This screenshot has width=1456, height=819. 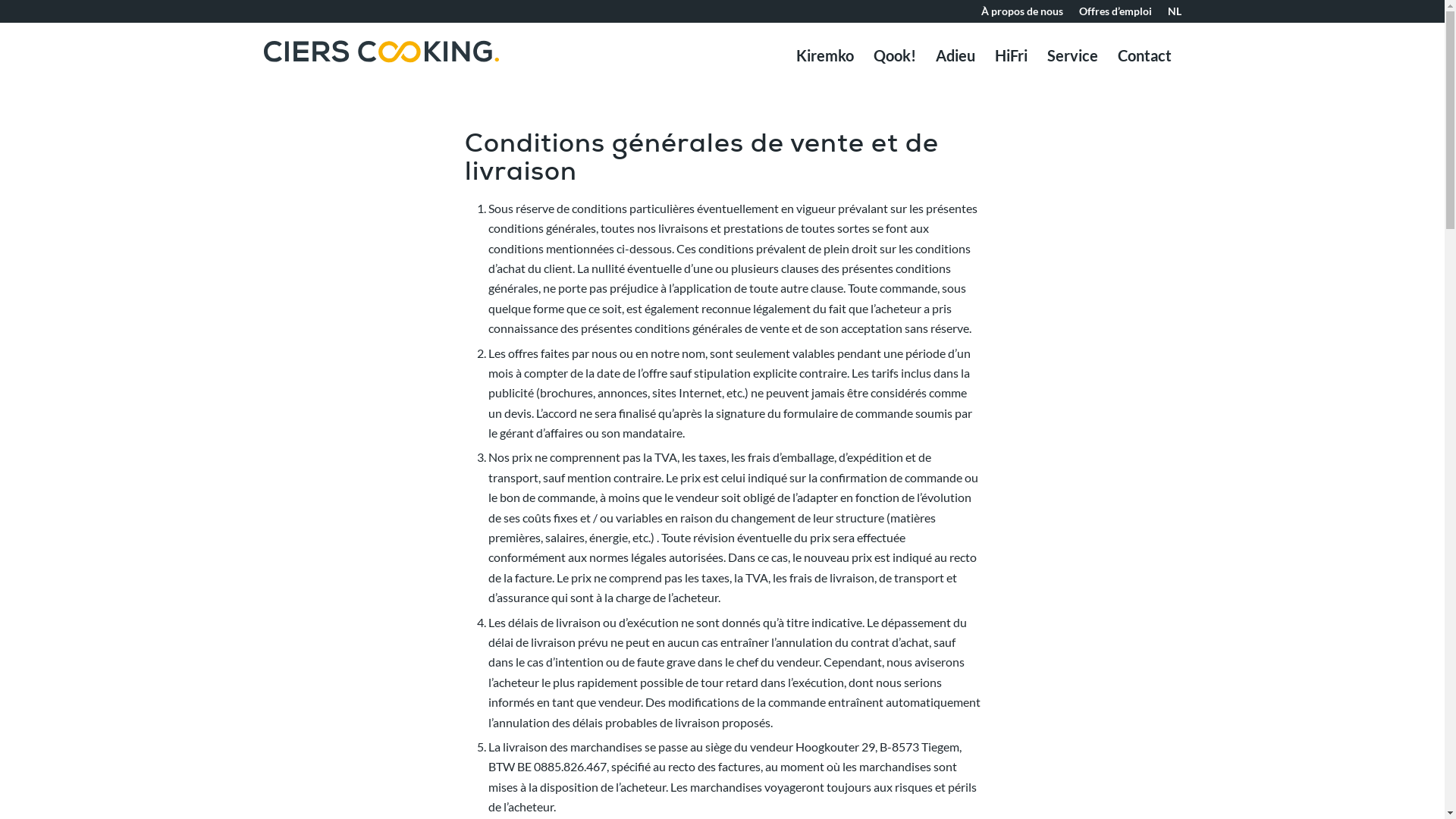 What do you see at coordinates (894, 55) in the screenshot?
I see `'Qook!'` at bounding box center [894, 55].